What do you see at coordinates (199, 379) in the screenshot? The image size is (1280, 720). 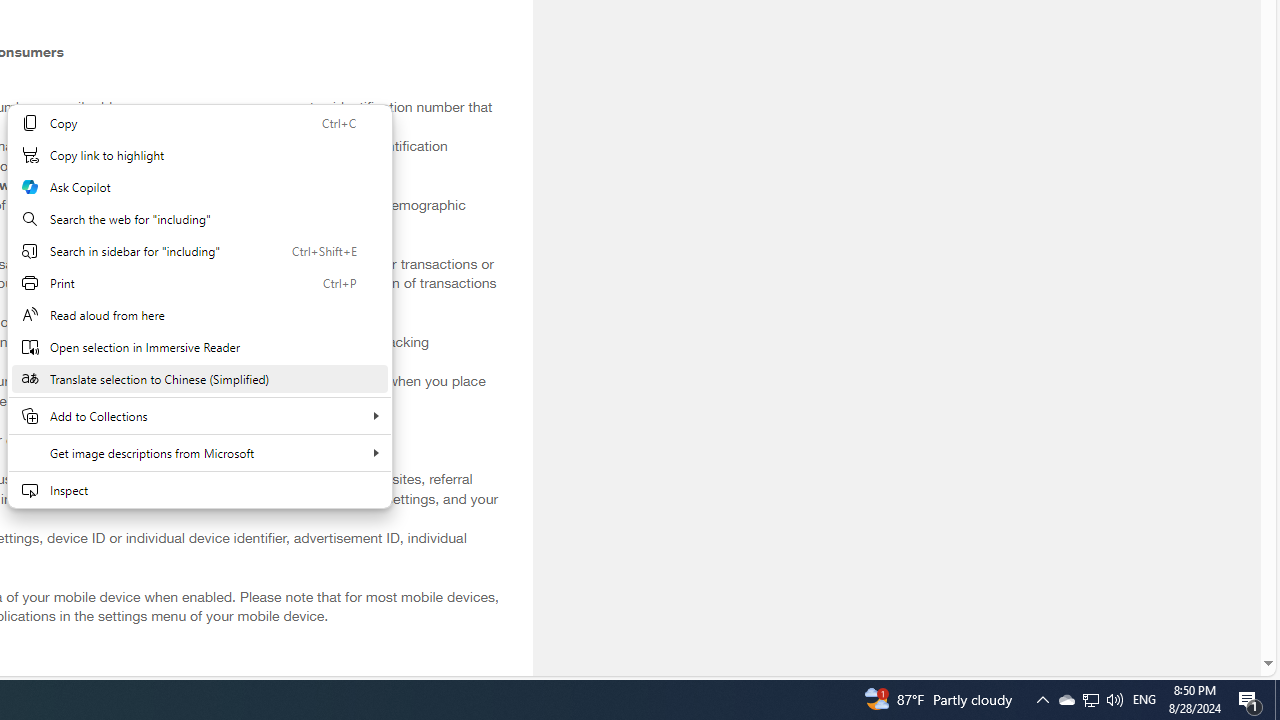 I see `'Translate selection to Chinese (Simplified)'` at bounding box center [199, 379].